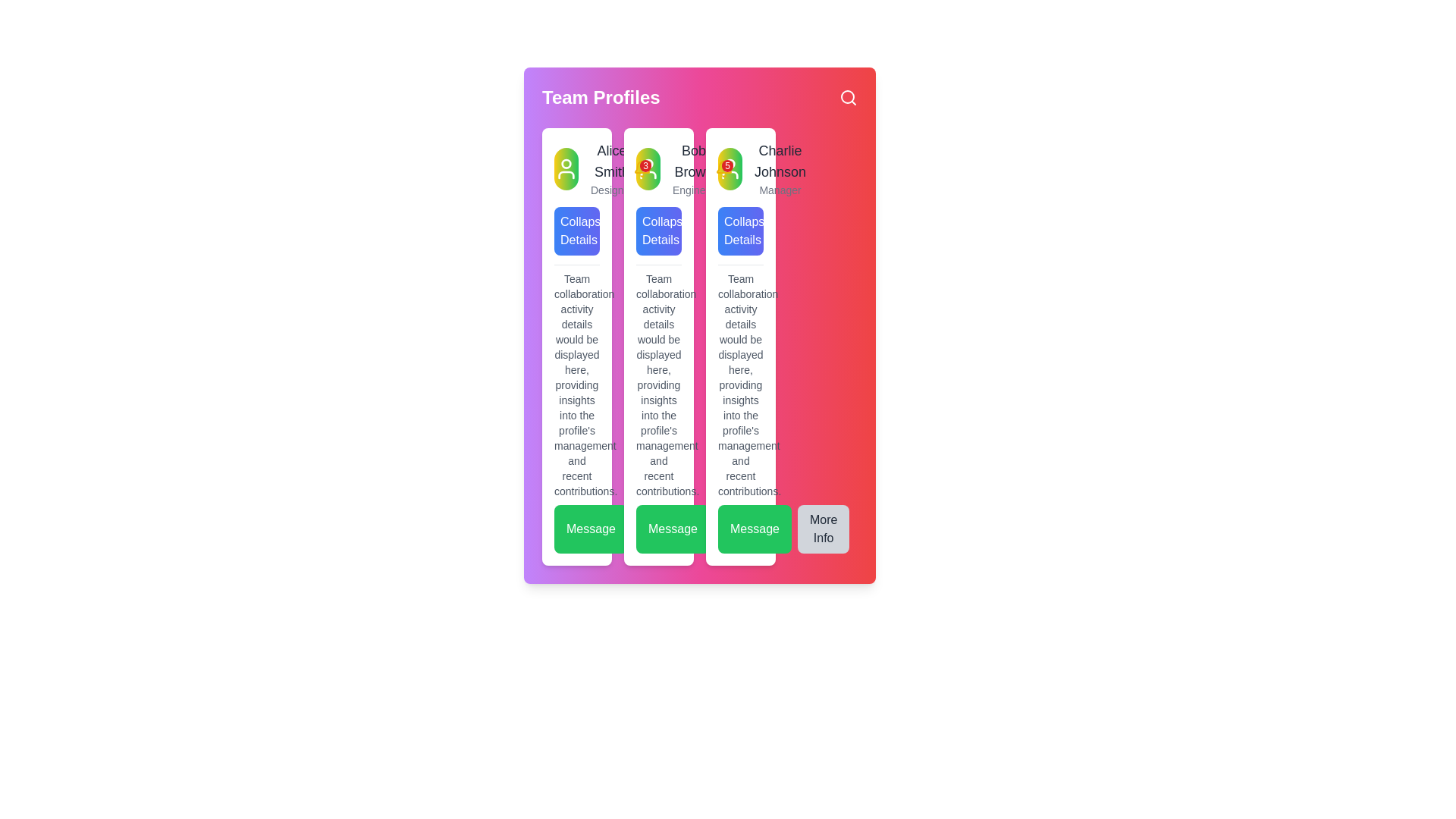 This screenshot has height=819, width=1456. Describe the element at coordinates (576, 529) in the screenshot. I see `the messaging call-to-action button located in the bottom-left corner of the team collaboration section for keyboard navigation` at that location.